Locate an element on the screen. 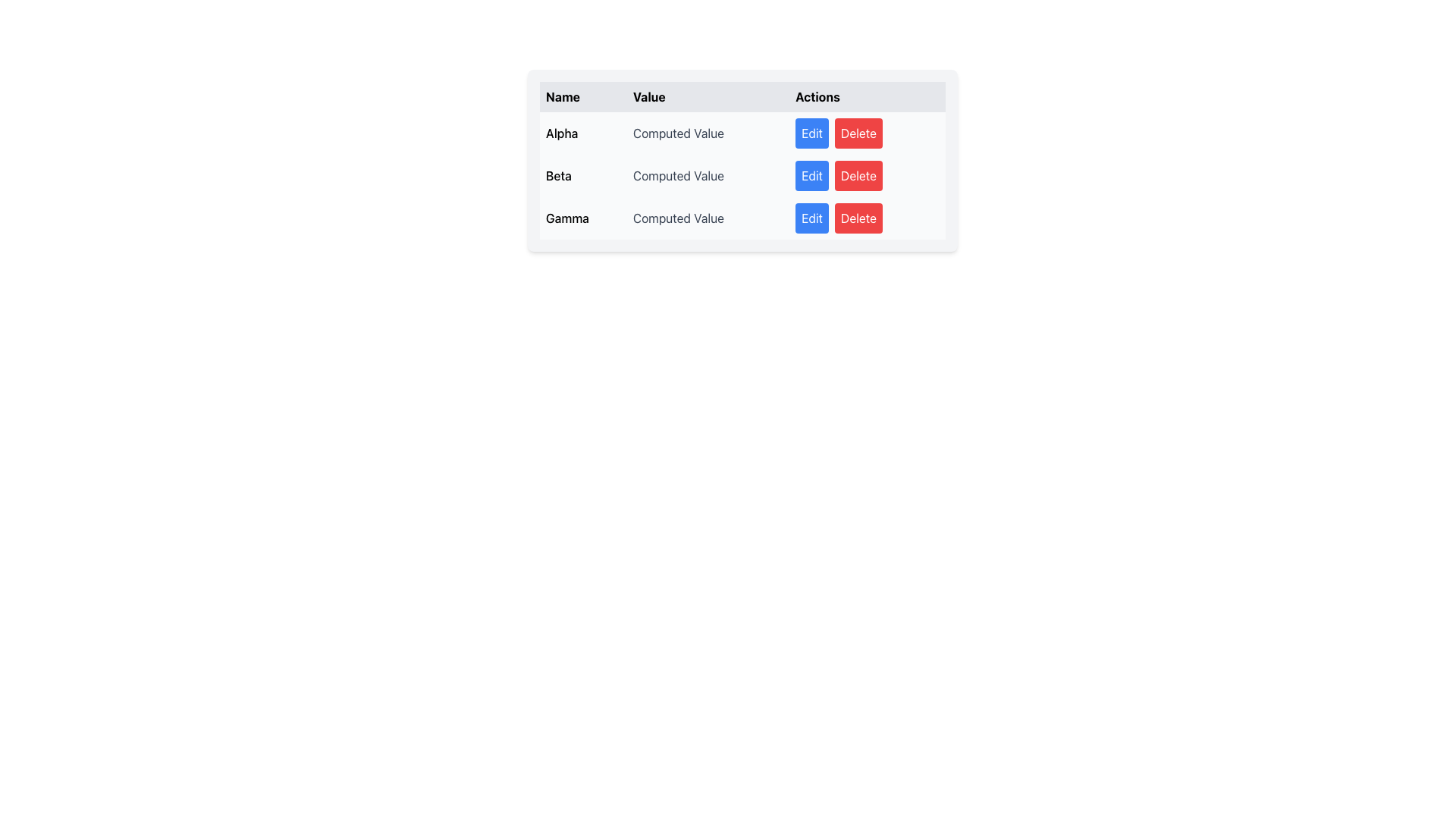 This screenshot has width=1456, height=819. the text label 'Gamma' which is in bold, medium-sized, black font located in the first cell of the third row of a table is located at coordinates (582, 218).